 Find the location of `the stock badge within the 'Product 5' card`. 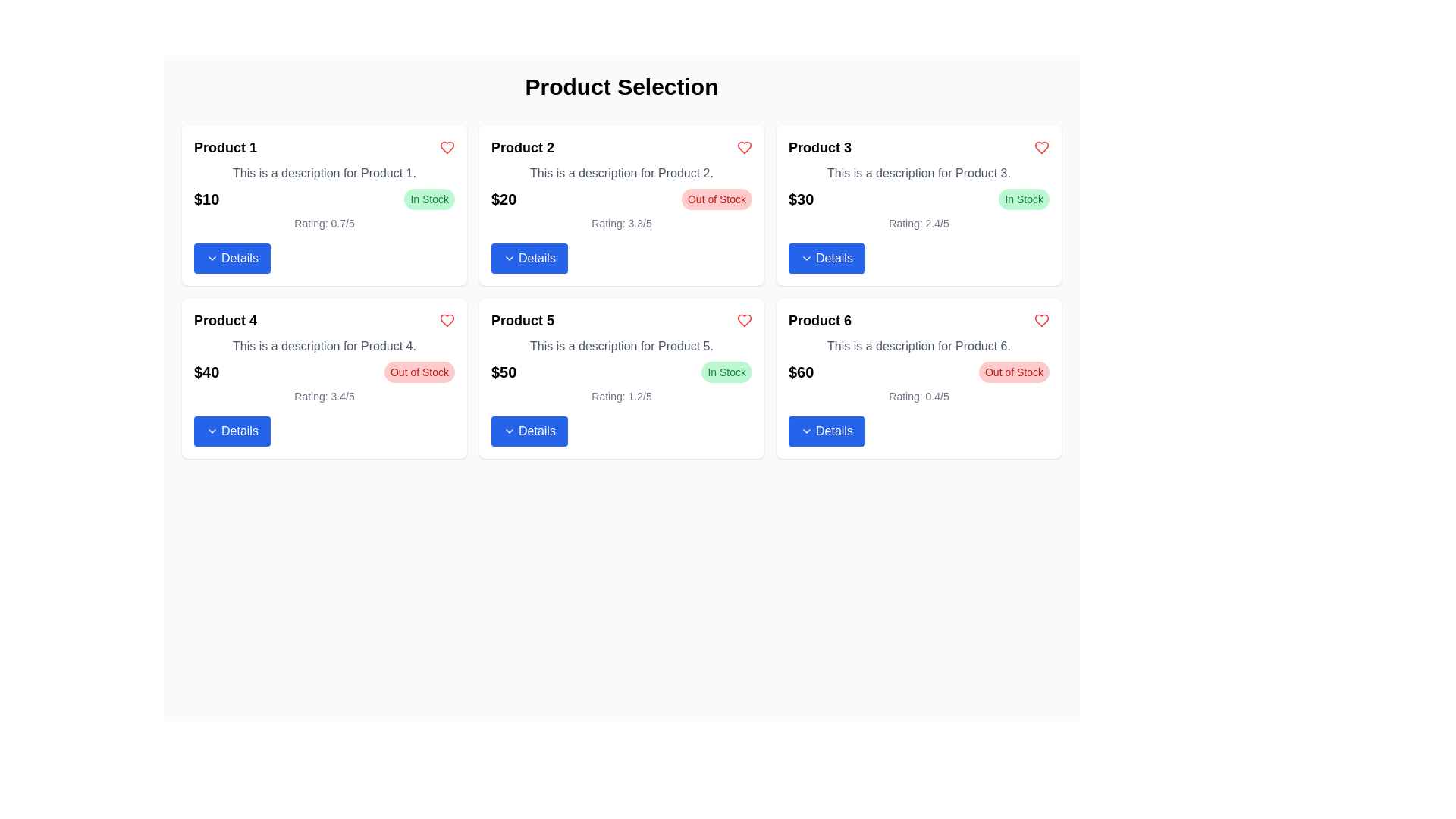

the stock badge within the 'Product 5' card is located at coordinates (622, 372).